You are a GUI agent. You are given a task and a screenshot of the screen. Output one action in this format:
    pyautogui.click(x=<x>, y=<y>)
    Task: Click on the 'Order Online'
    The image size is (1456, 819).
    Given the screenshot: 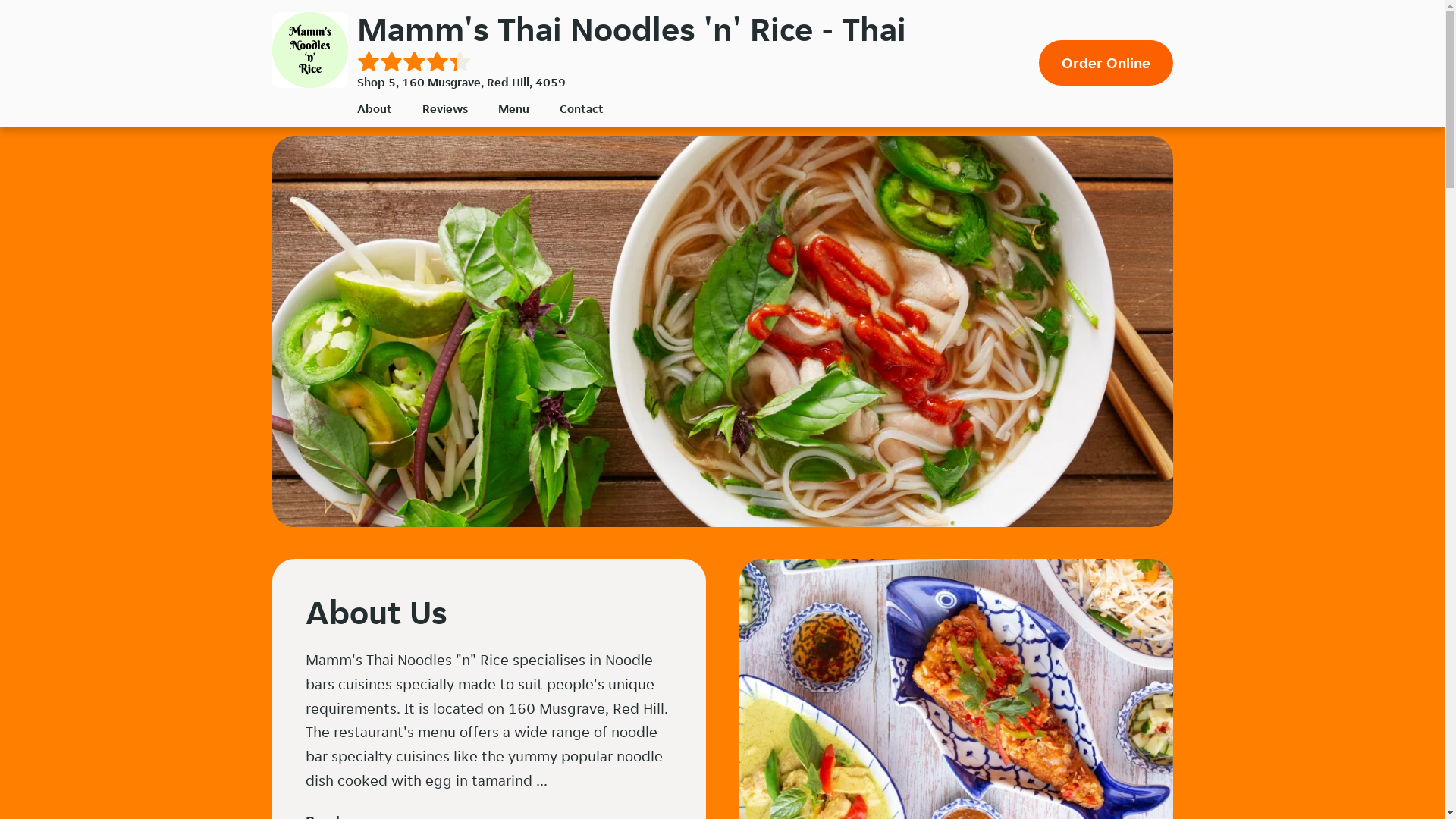 What is the action you would take?
    pyautogui.click(x=1106, y=62)
    